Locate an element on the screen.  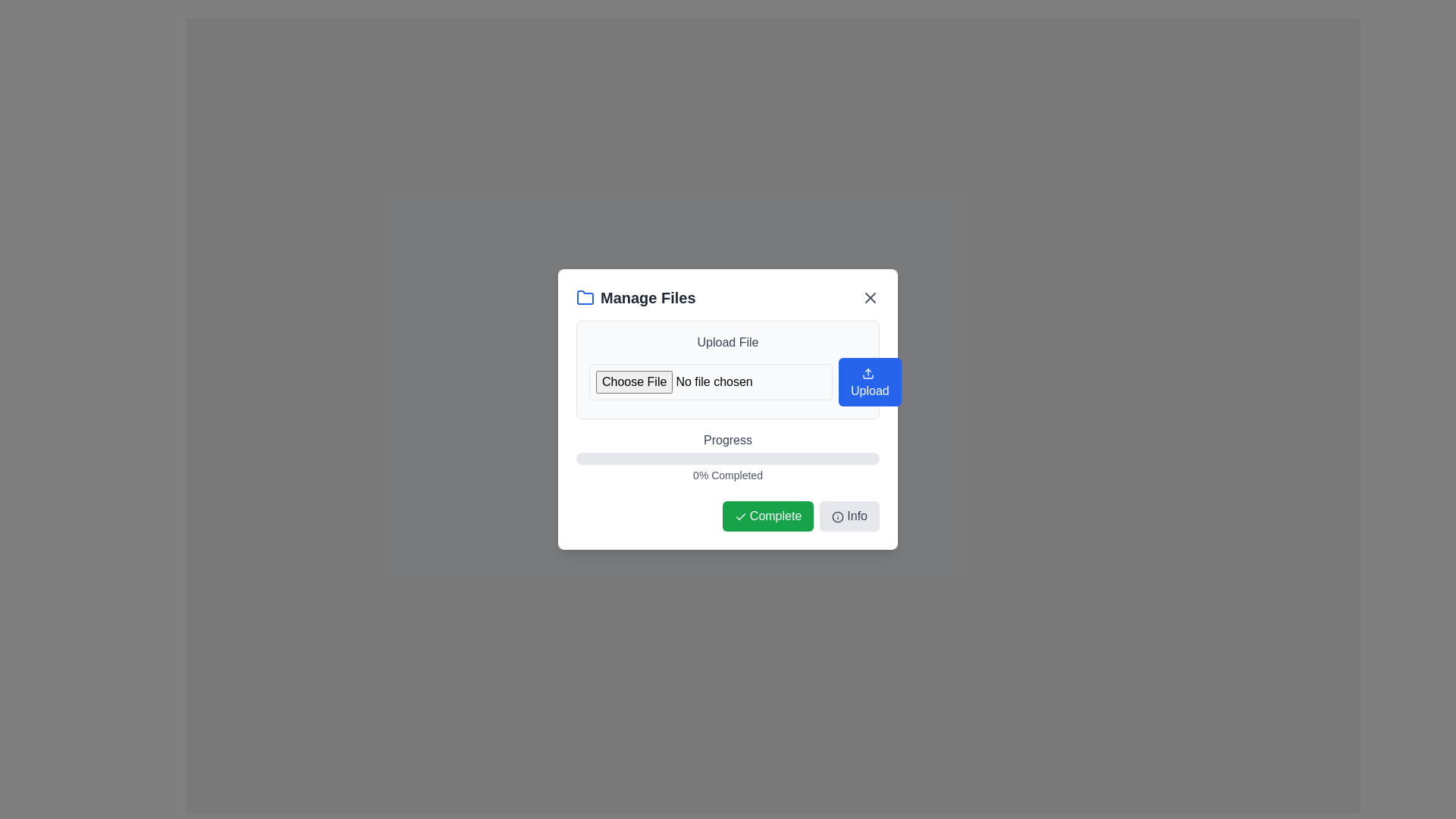
the checkmark icon inside the 'Complete' button is located at coordinates (740, 516).